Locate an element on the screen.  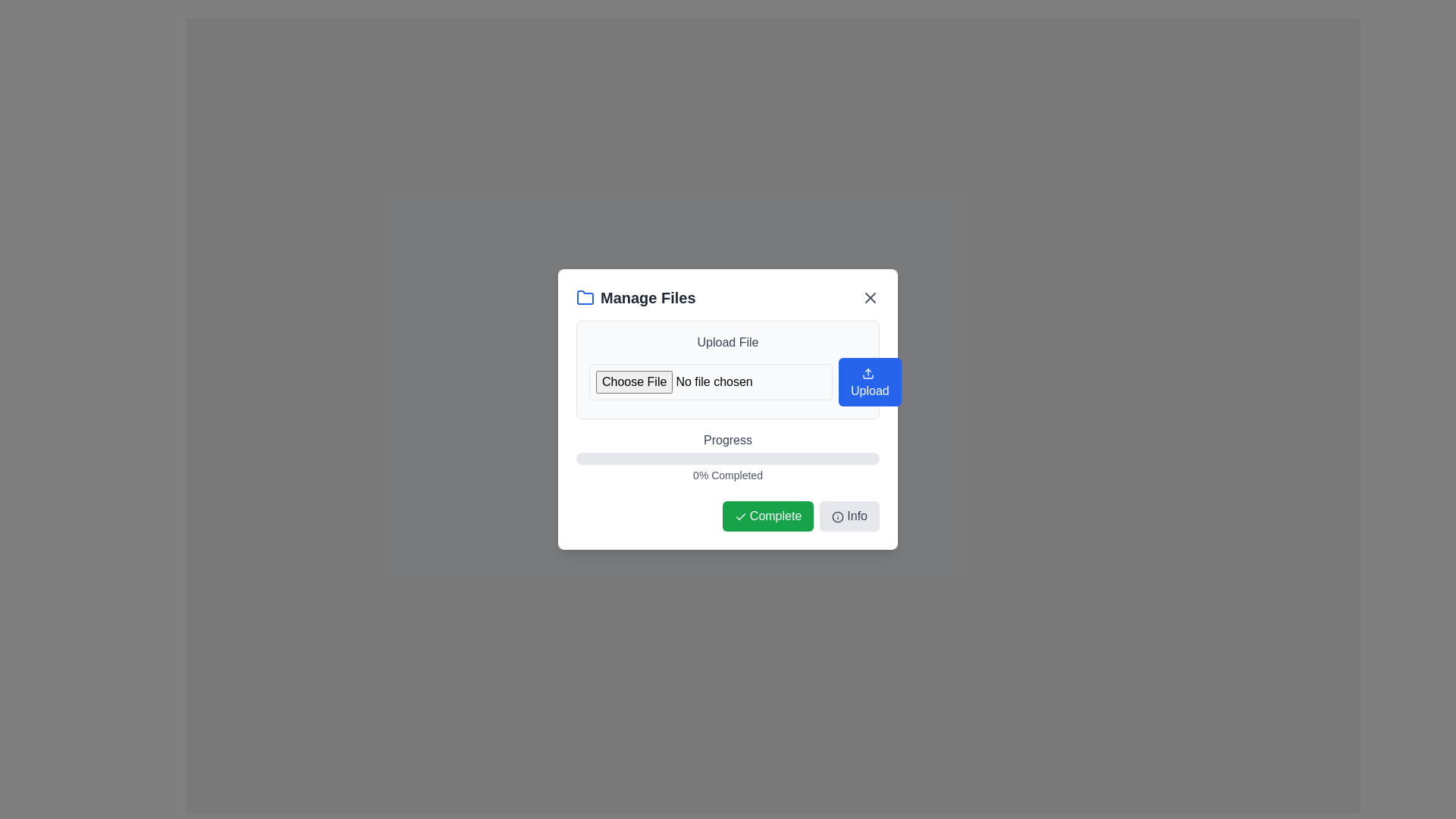
the checkmark icon inside the 'Complete' button is located at coordinates (740, 516).